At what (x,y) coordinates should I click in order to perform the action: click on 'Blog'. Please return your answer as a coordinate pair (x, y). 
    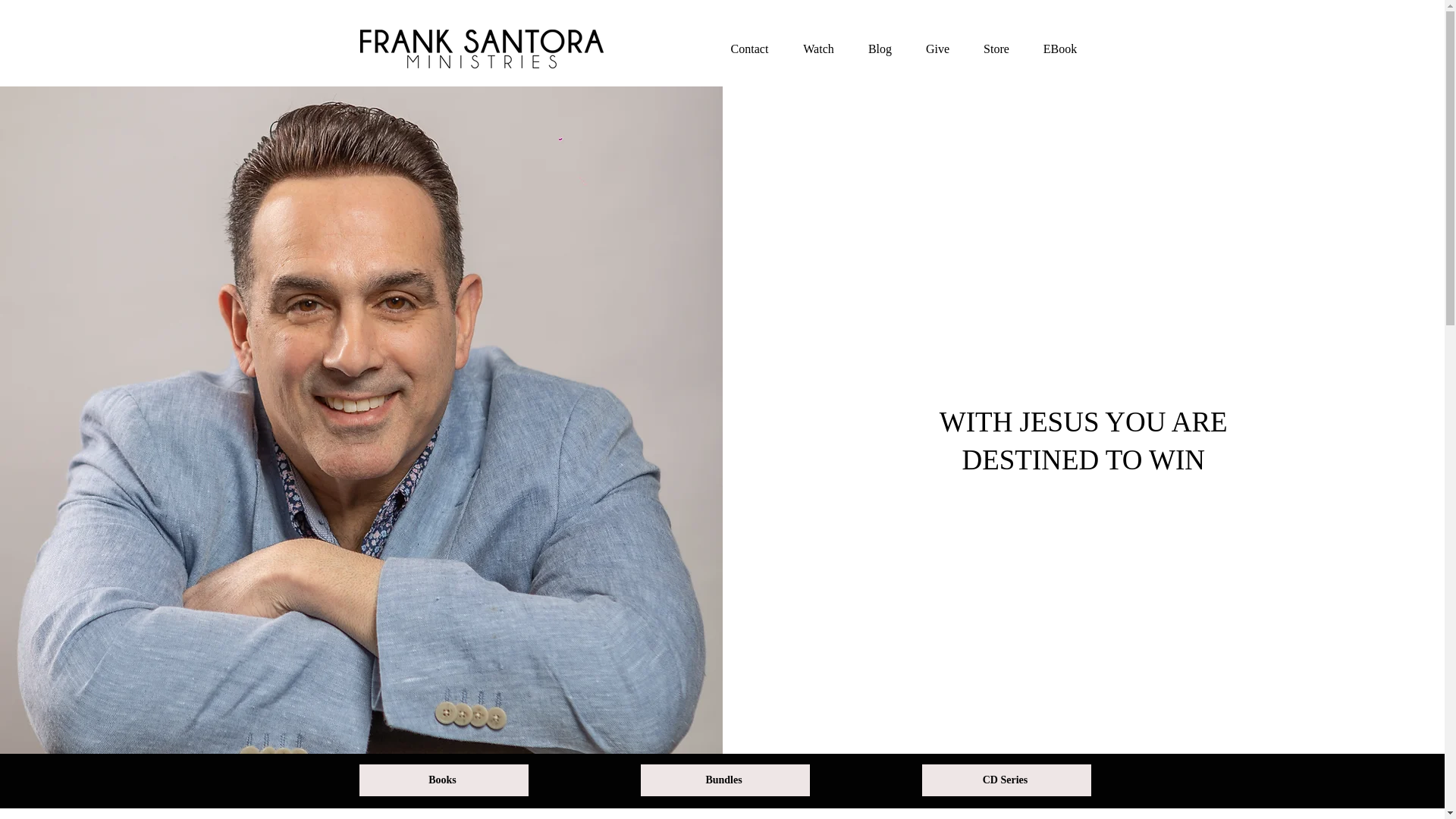
    Looking at the image, I should click on (880, 49).